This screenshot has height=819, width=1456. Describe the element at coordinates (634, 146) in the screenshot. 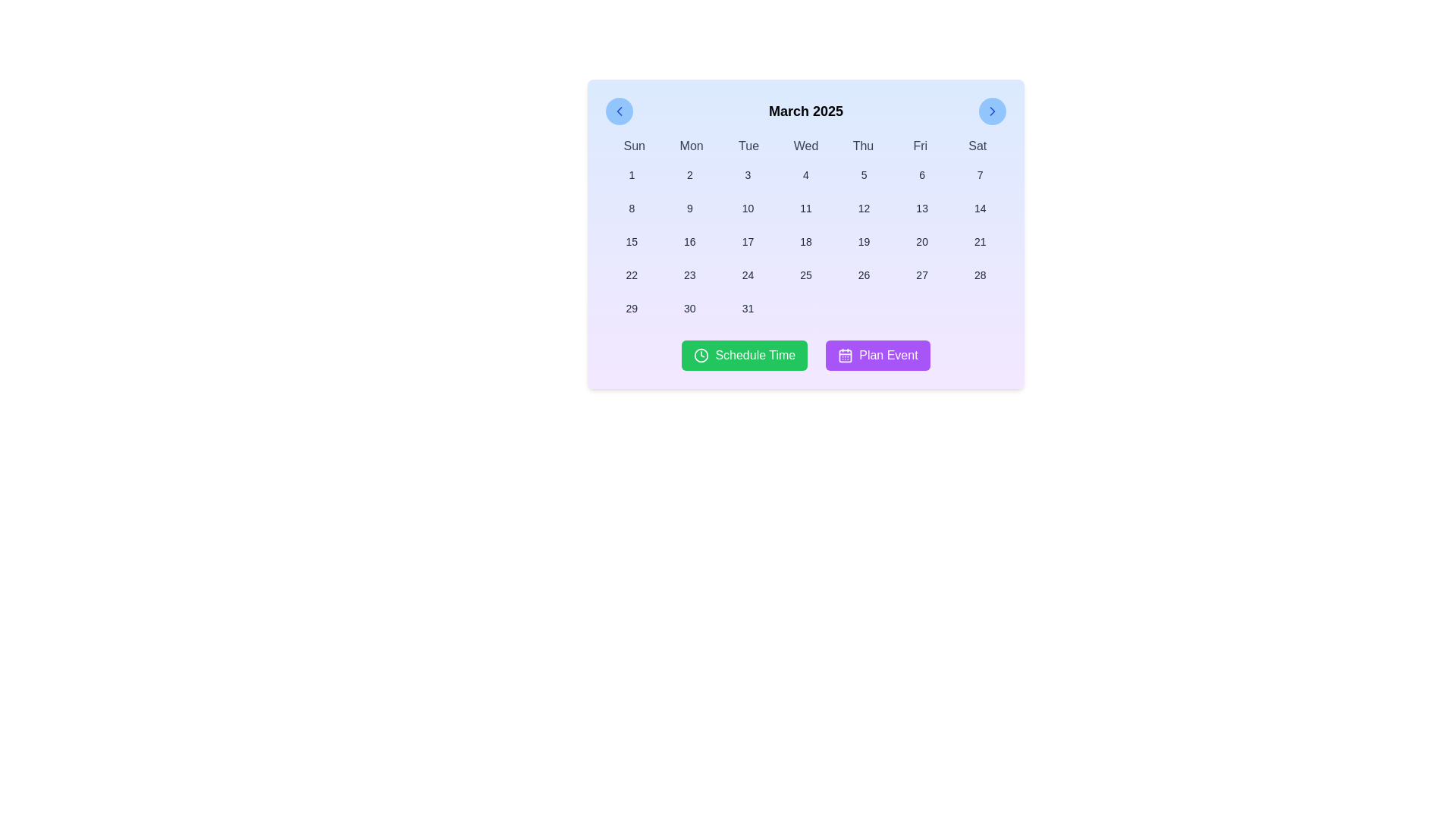

I see `the text label displaying 'Sun' in black font, located at the top-left corner of the calendar grid` at that location.